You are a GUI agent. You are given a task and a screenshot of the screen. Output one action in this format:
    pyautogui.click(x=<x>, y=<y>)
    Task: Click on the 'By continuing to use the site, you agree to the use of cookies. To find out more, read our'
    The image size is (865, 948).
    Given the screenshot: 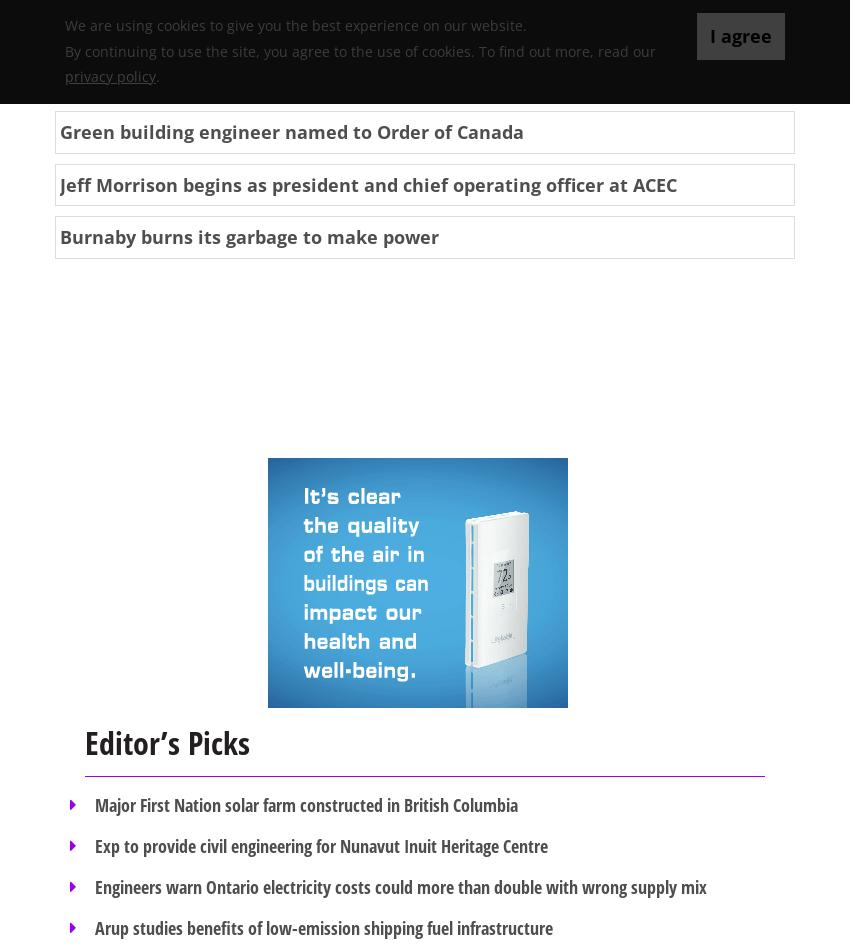 What is the action you would take?
    pyautogui.click(x=360, y=50)
    